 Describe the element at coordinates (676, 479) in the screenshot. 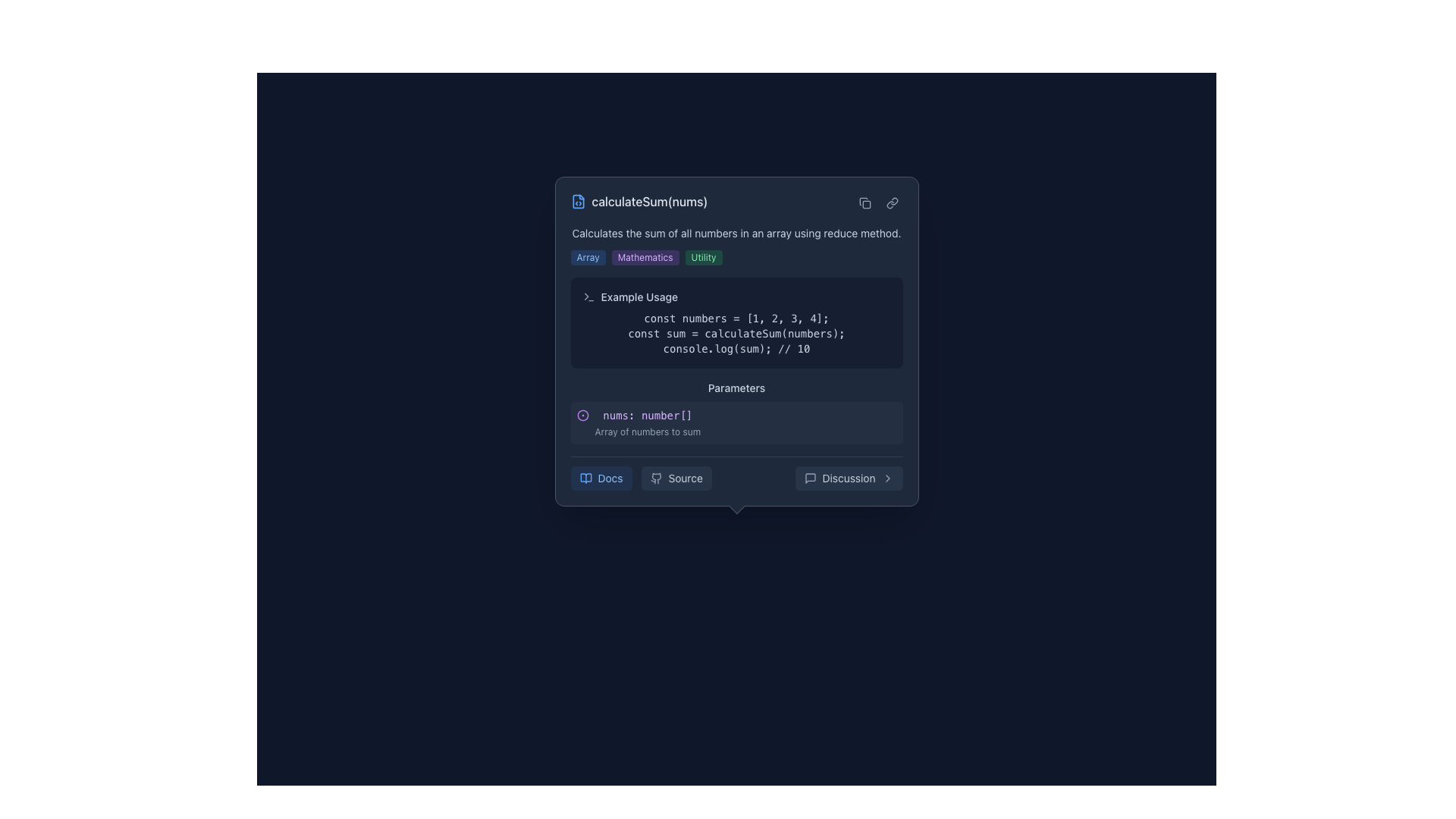

I see `the button located to the right of the 'Docs' button, which provides access to the source code or GitHub repository` at that location.